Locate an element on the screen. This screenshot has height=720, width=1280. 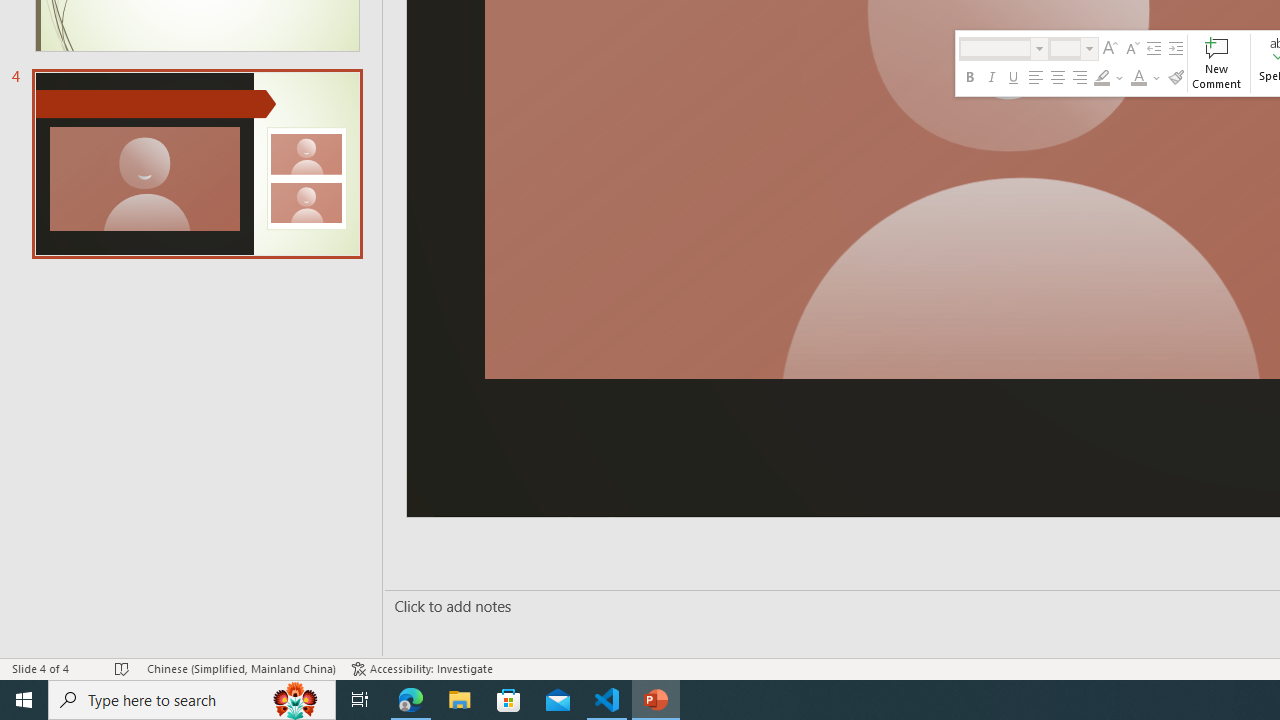
'Align Left' is located at coordinates (1036, 77).